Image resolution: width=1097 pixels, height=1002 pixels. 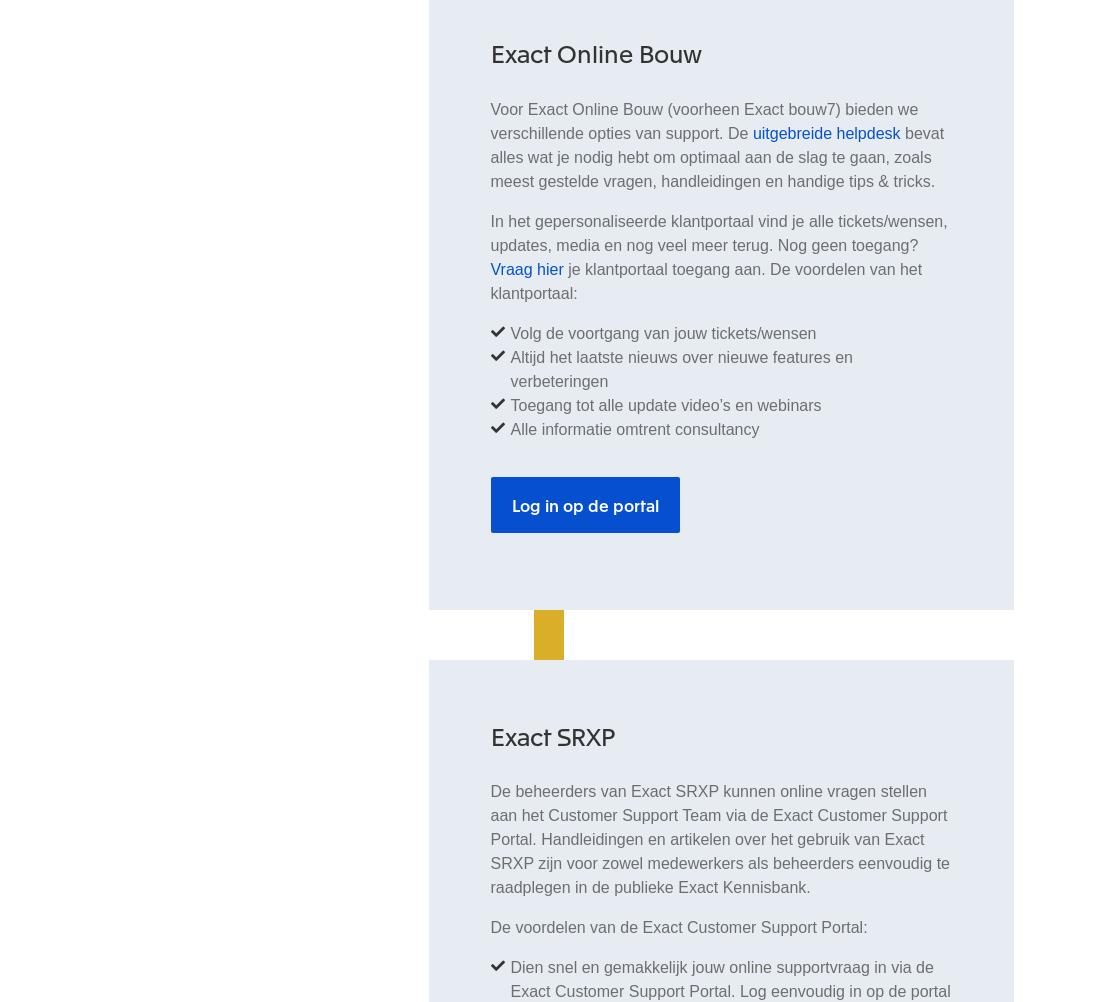 What do you see at coordinates (718, 839) in the screenshot?
I see `'De beheerders van Exact SRXP kunnen online vragen stellen aan het Customer Support Team via de Exact Customer Support Portal. Handleidingen en artikelen over het gebruik van Exact SRXP zijn voor zowel medewerkers als beheerders eenvoudig te raadplegen in de publieke Exact Kennisbank.'` at bounding box center [718, 839].